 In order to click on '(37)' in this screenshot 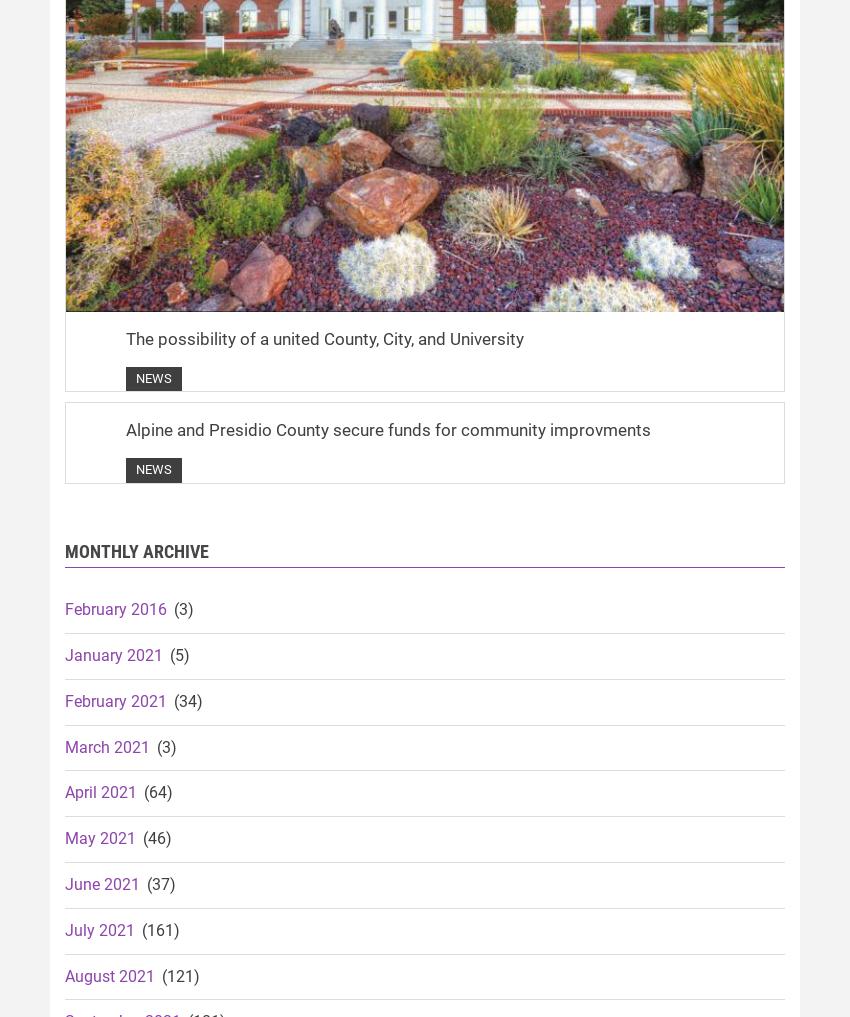, I will do `click(159, 883)`.